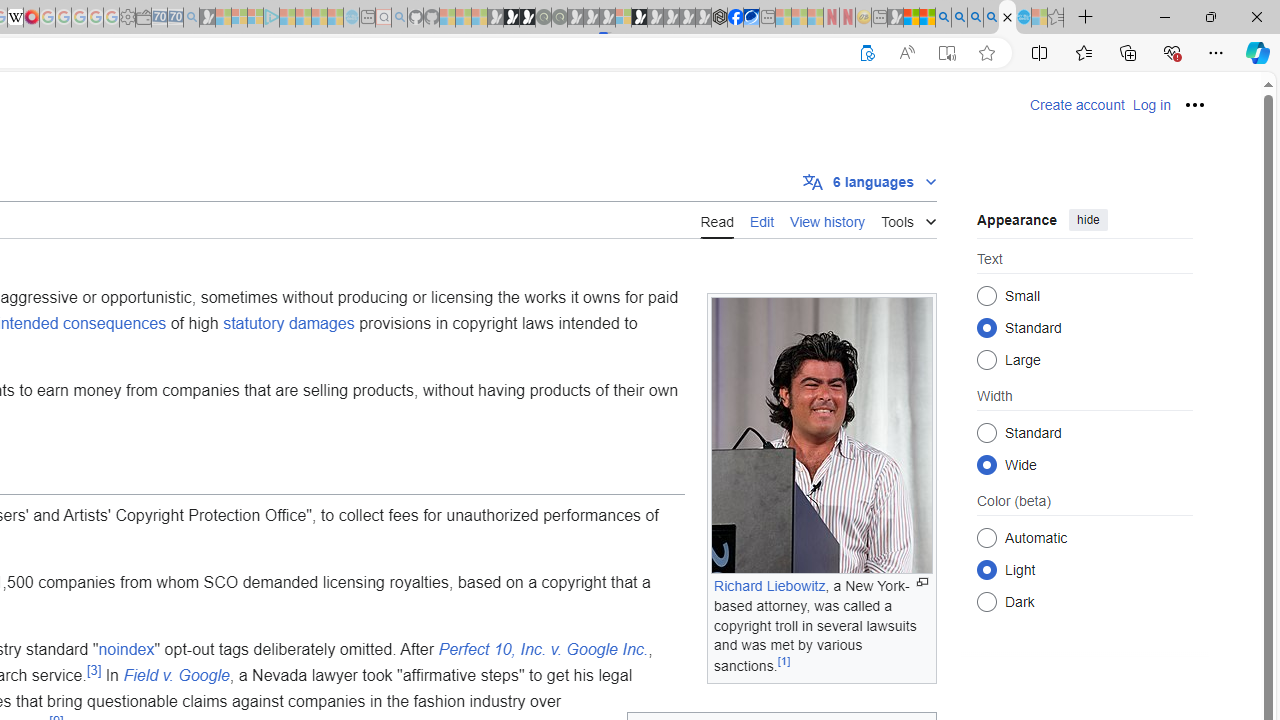  I want to click on 'Tools', so click(907, 218).